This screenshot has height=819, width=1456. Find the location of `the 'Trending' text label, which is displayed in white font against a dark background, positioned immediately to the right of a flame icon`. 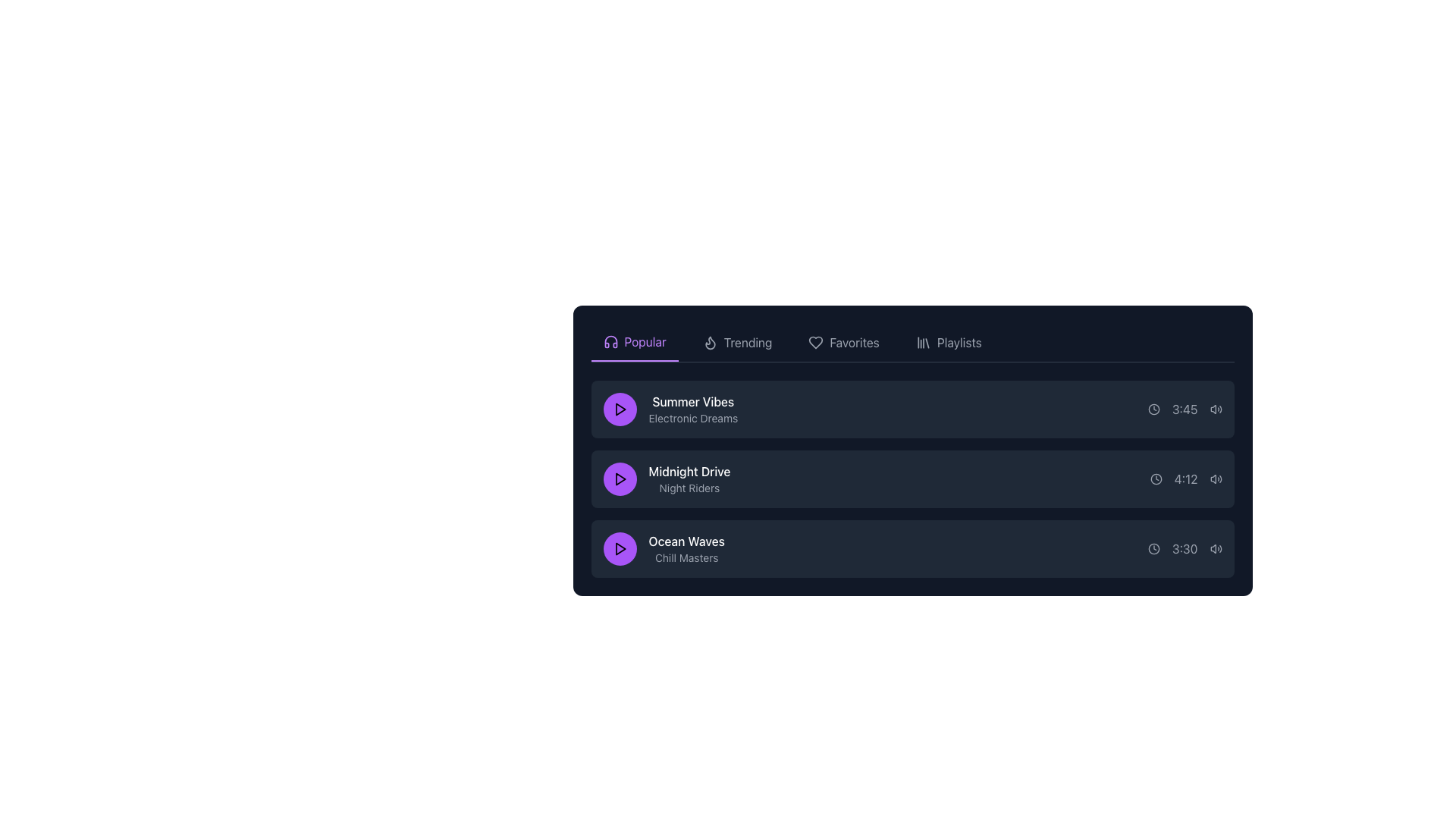

the 'Trending' text label, which is displayed in white font against a dark background, positioned immediately to the right of a flame icon is located at coordinates (748, 342).